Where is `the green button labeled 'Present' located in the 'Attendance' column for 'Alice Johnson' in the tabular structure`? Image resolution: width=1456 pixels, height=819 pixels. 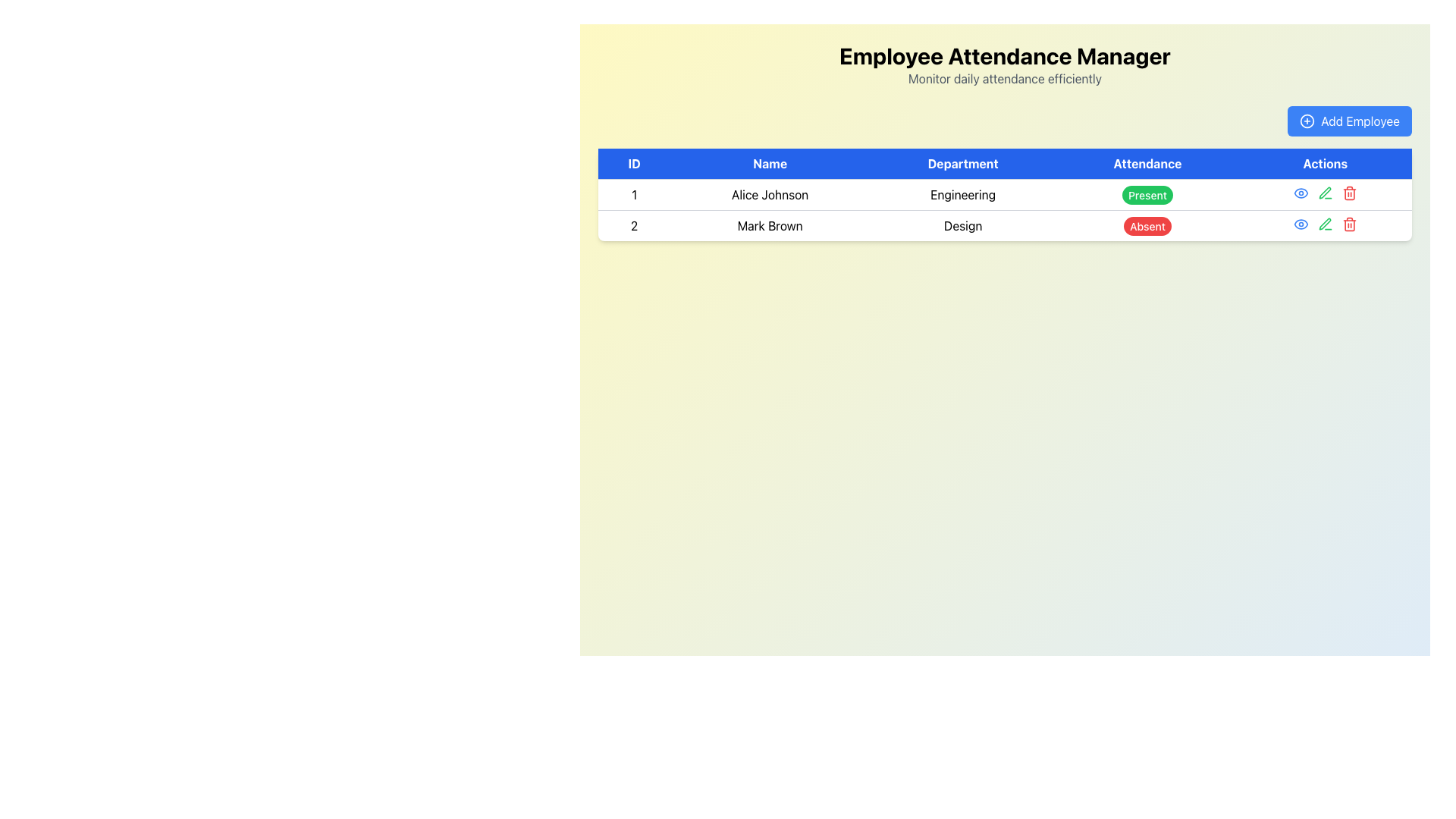 the green button labeled 'Present' located in the 'Attendance' column for 'Alice Johnson' in the tabular structure is located at coordinates (1147, 194).